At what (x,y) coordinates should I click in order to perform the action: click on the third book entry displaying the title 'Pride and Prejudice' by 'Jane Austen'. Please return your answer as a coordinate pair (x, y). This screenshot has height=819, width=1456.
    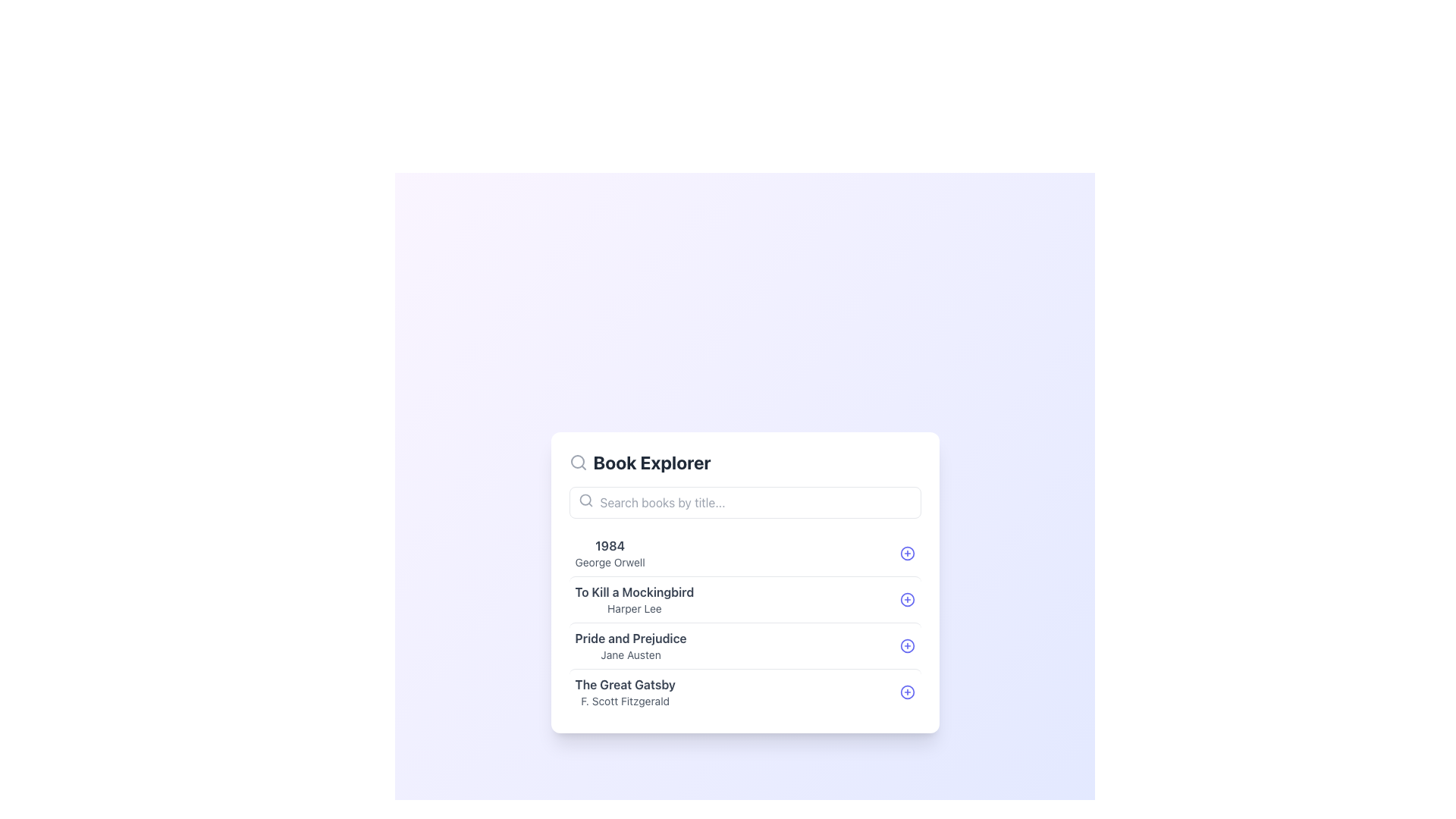
    Looking at the image, I should click on (745, 645).